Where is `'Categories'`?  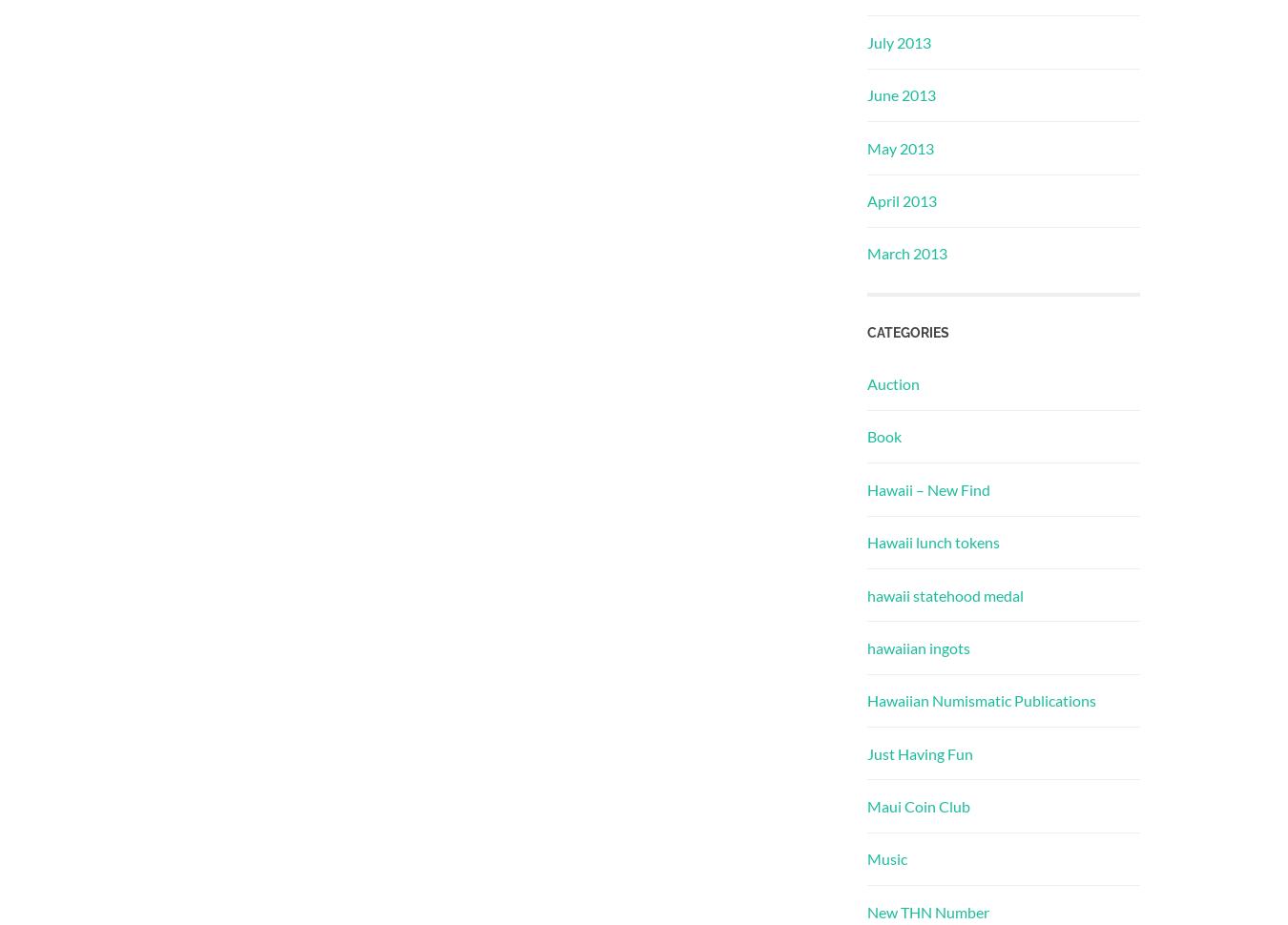 'Categories' is located at coordinates (907, 332).